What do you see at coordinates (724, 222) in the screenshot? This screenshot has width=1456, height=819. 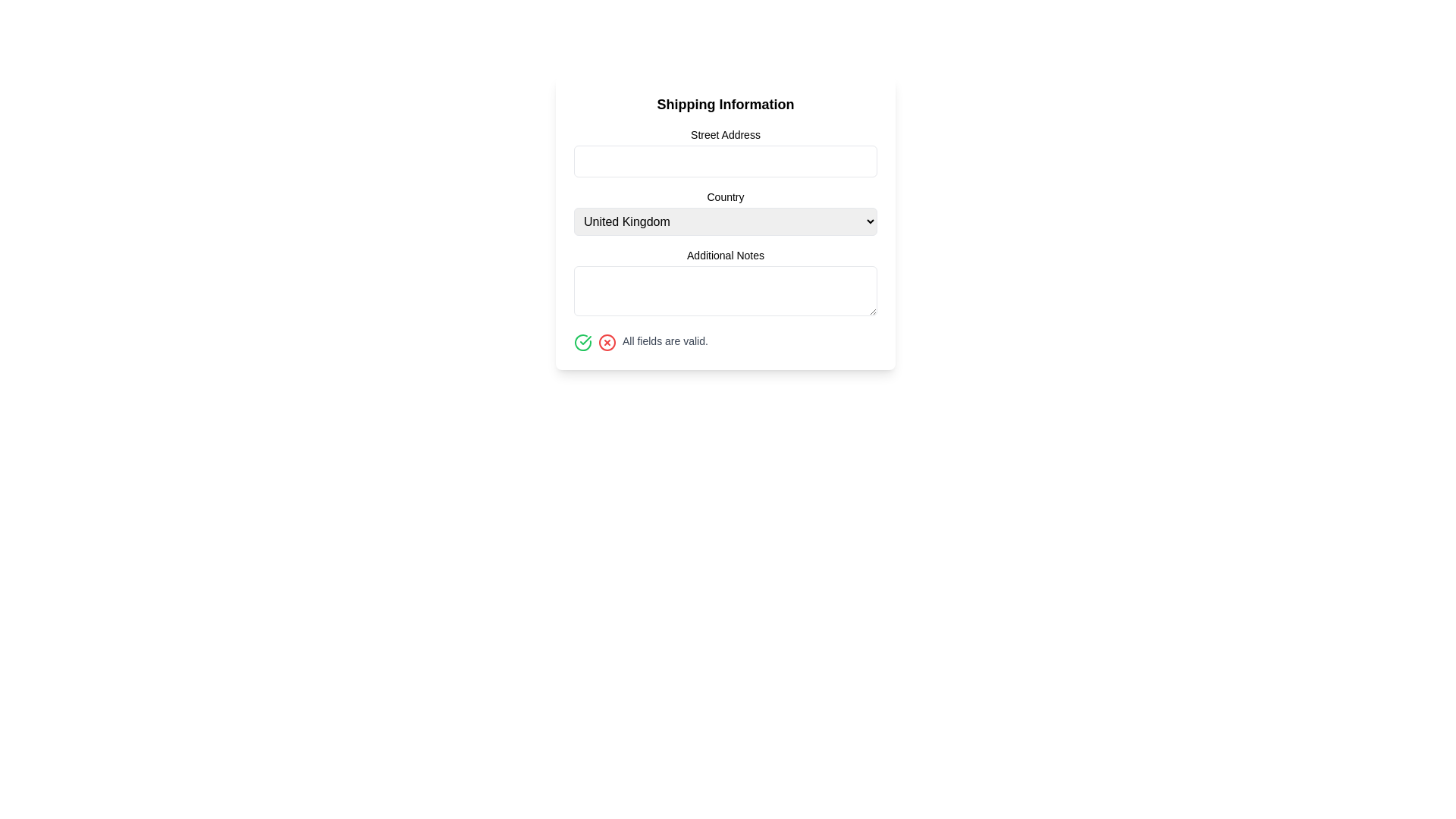 I see `to open the 'Country' dropdown menu, which is the second interactive field in the 'Shipping Information' form, located below the 'Street Address' input` at bounding box center [724, 222].